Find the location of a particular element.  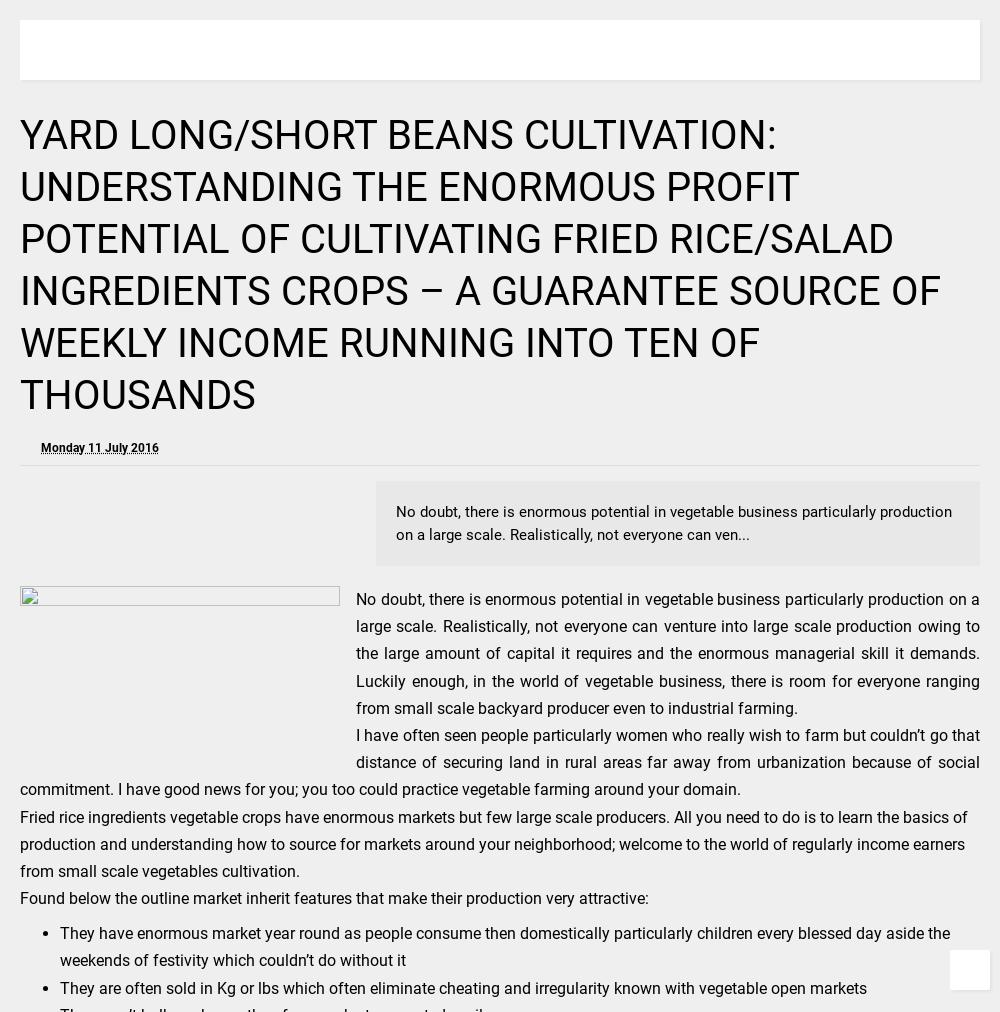

'They are often sold in Kg or lbs which often eliminate cheating and irregularity known with vegetable open markets' is located at coordinates (462, 987).